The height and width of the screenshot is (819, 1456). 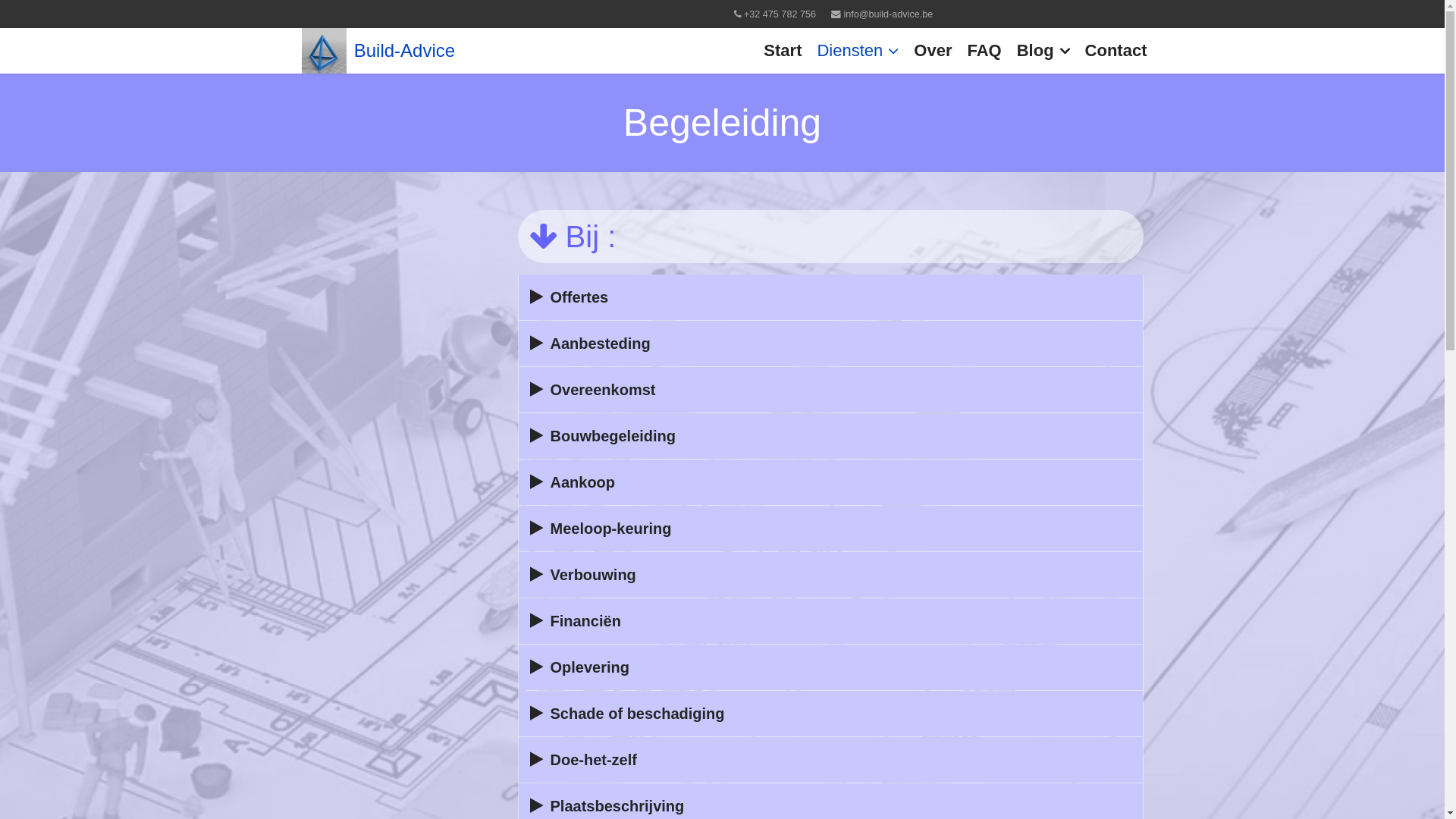 I want to click on 'Over', so click(x=931, y=49).